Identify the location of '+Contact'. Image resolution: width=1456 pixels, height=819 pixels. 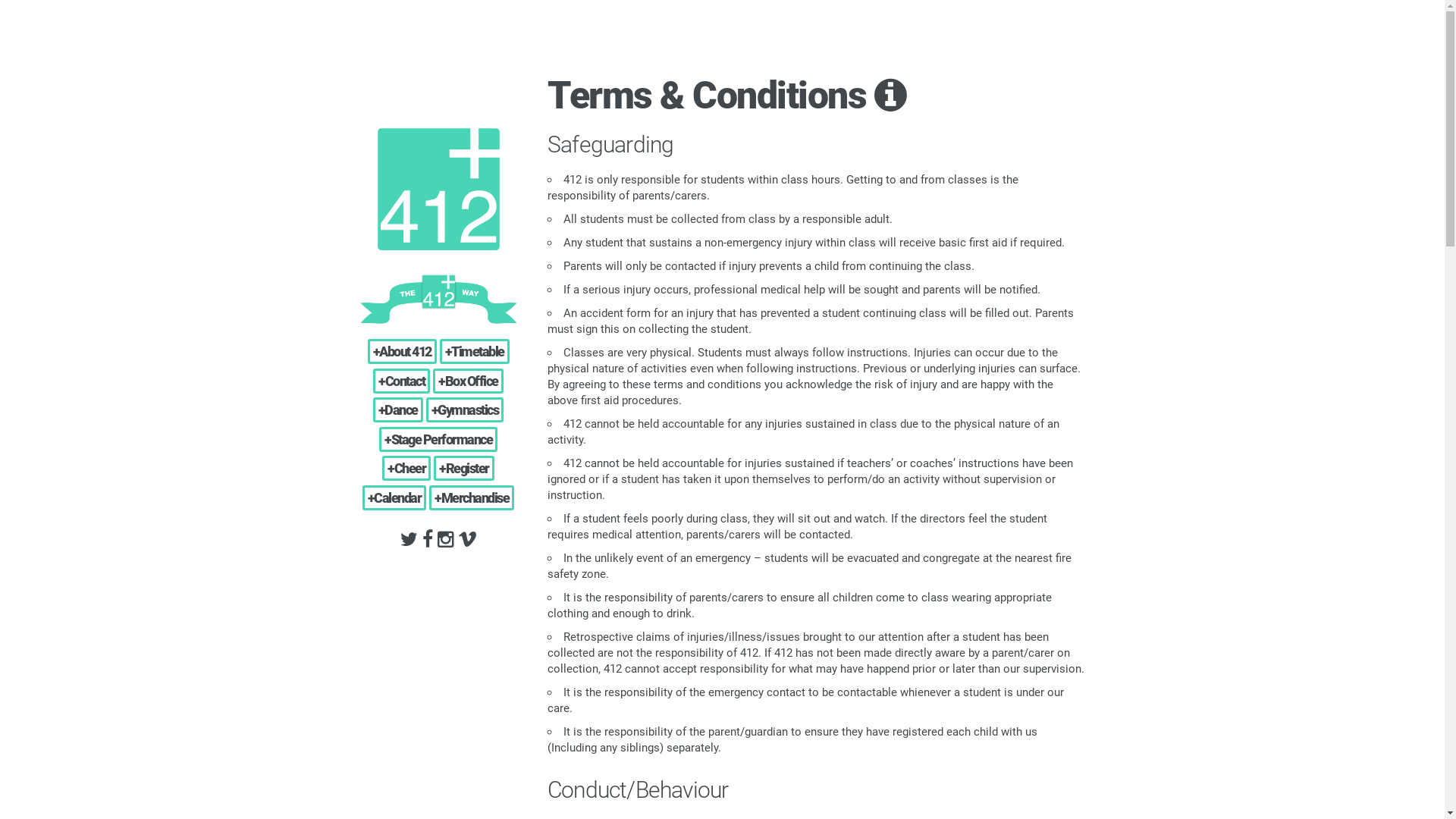
(401, 380).